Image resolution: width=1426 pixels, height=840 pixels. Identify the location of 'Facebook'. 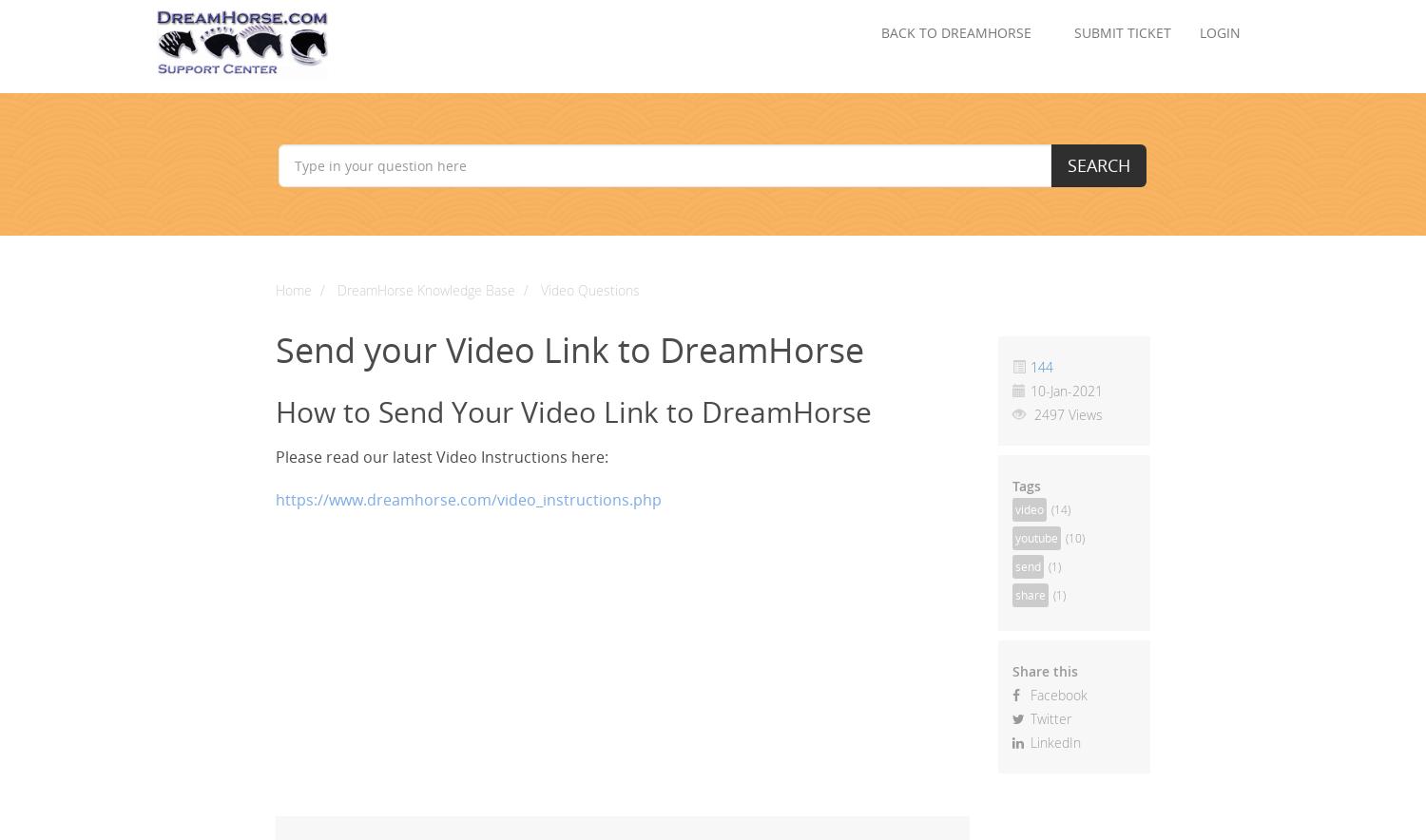
(1055, 694).